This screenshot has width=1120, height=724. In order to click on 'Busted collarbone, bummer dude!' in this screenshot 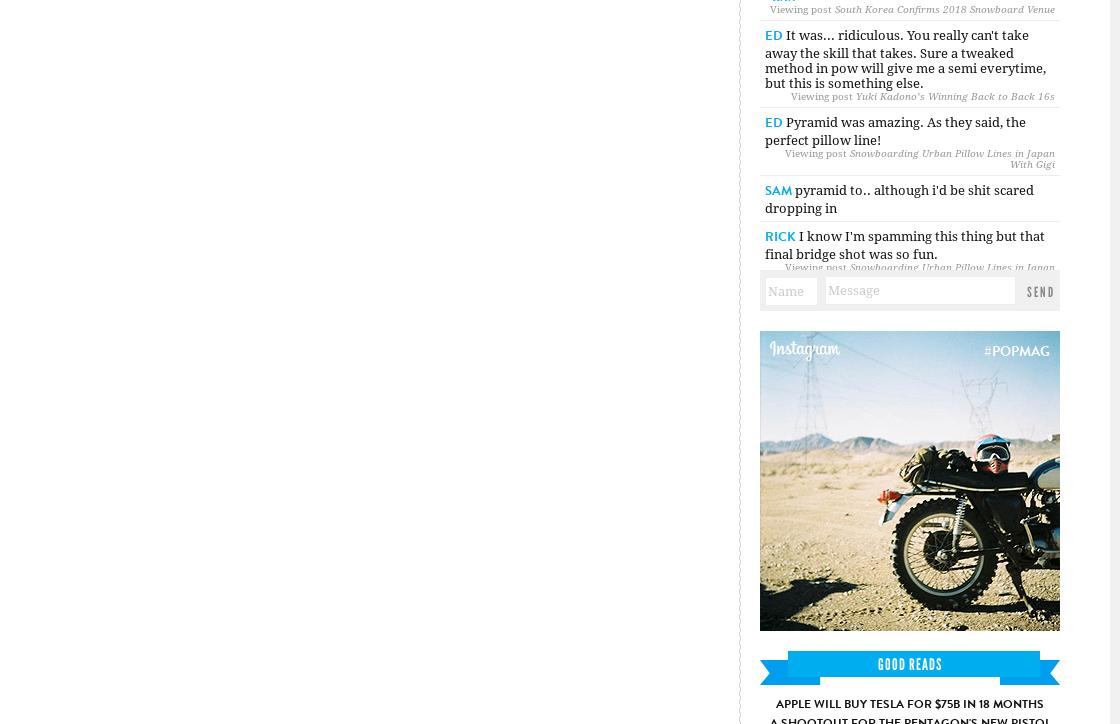, I will do `click(903, 345)`.